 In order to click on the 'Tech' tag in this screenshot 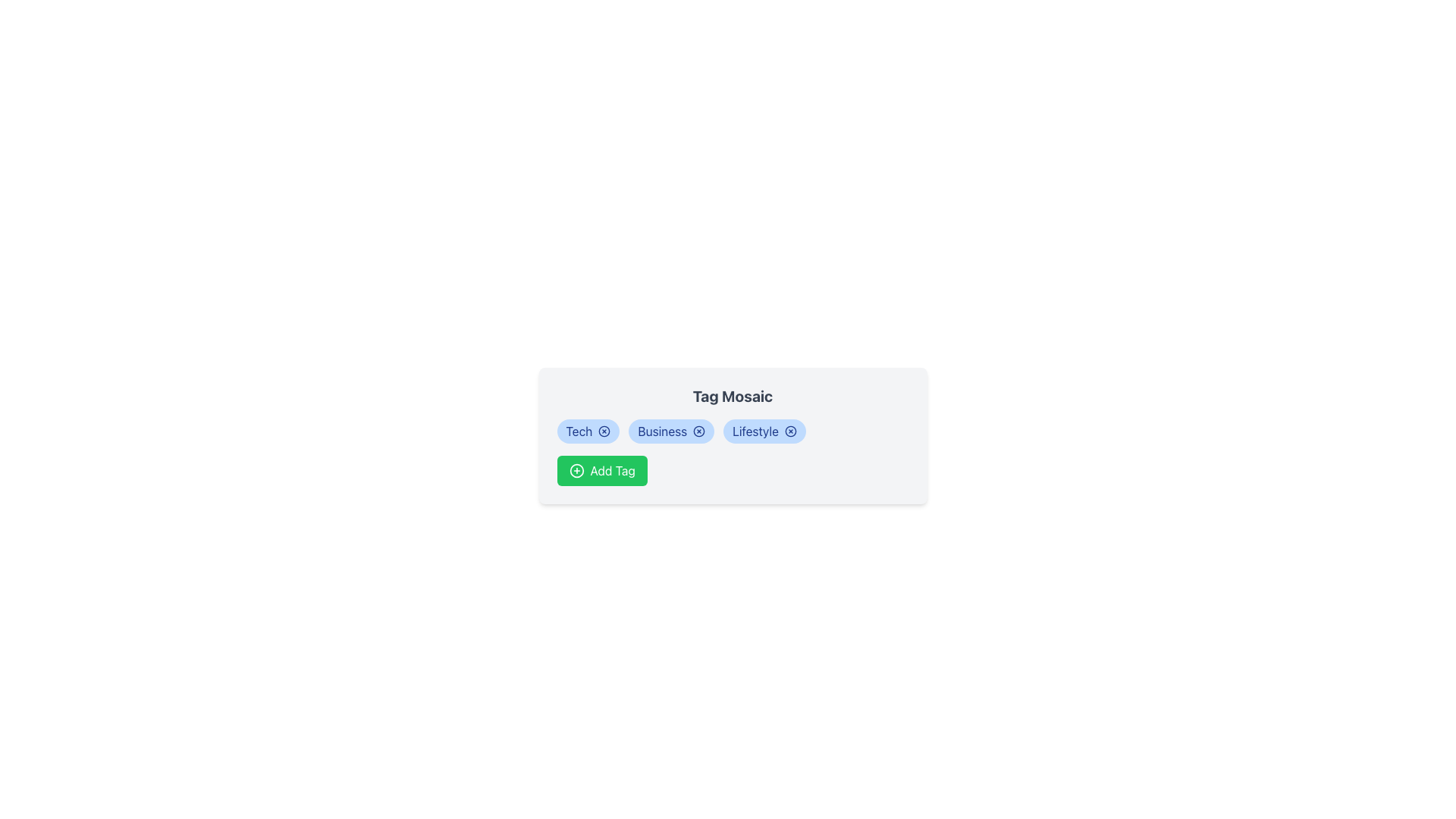, I will do `click(587, 431)`.